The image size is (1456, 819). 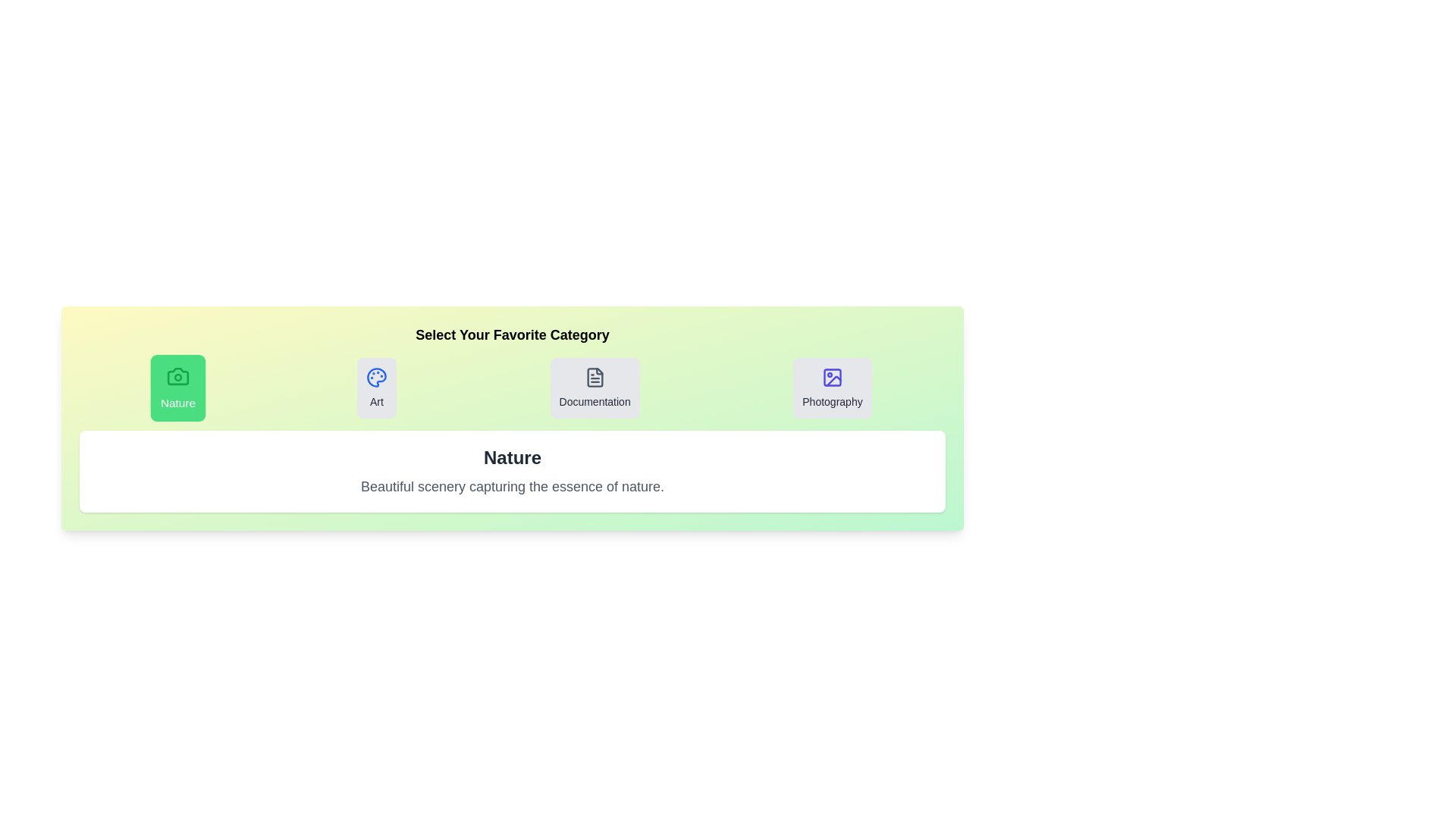 What do you see at coordinates (178, 388) in the screenshot?
I see `the tab for Nature to observe the hover effect` at bounding box center [178, 388].